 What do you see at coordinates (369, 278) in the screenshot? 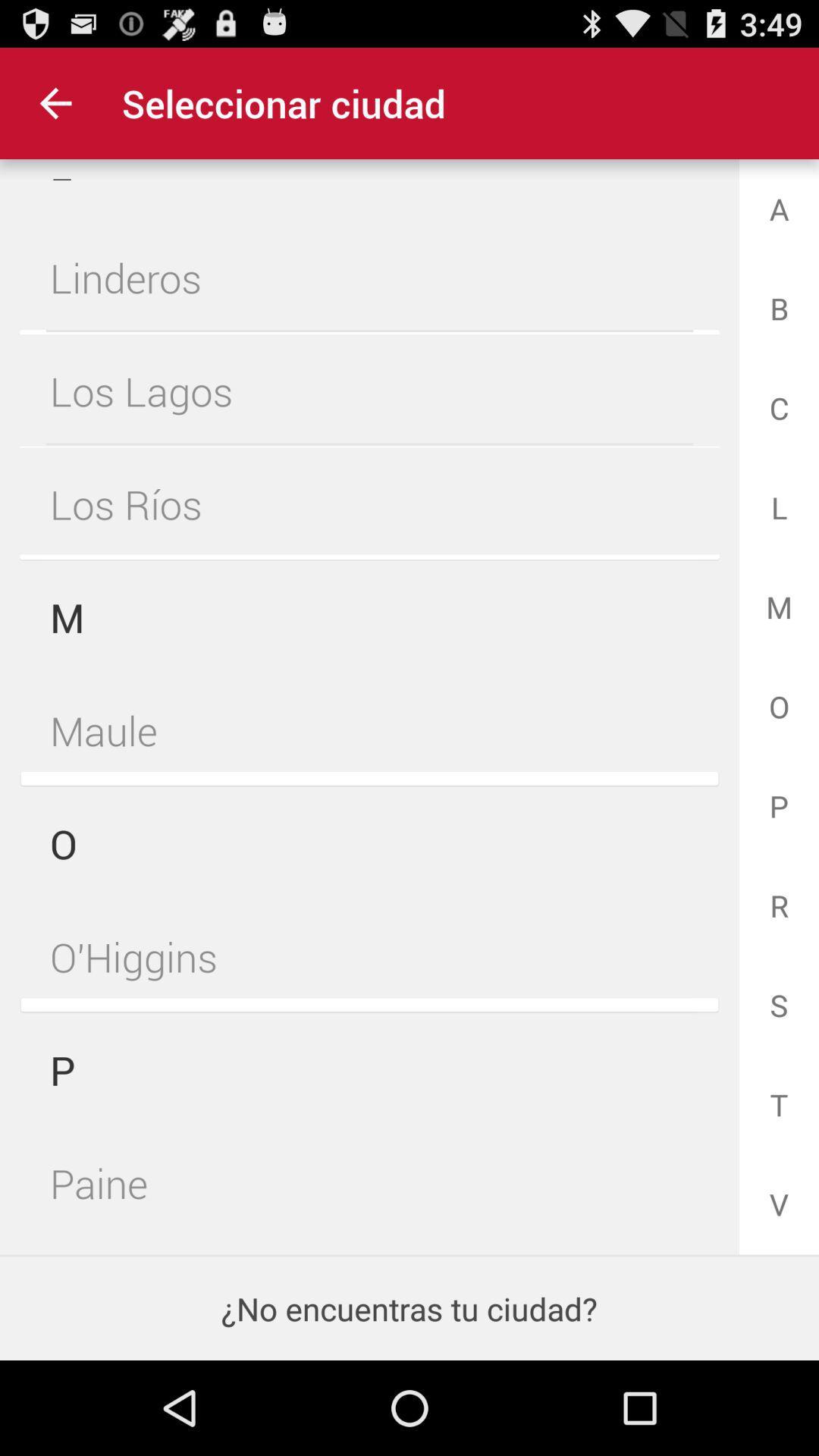
I see `linderos` at bounding box center [369, 278].